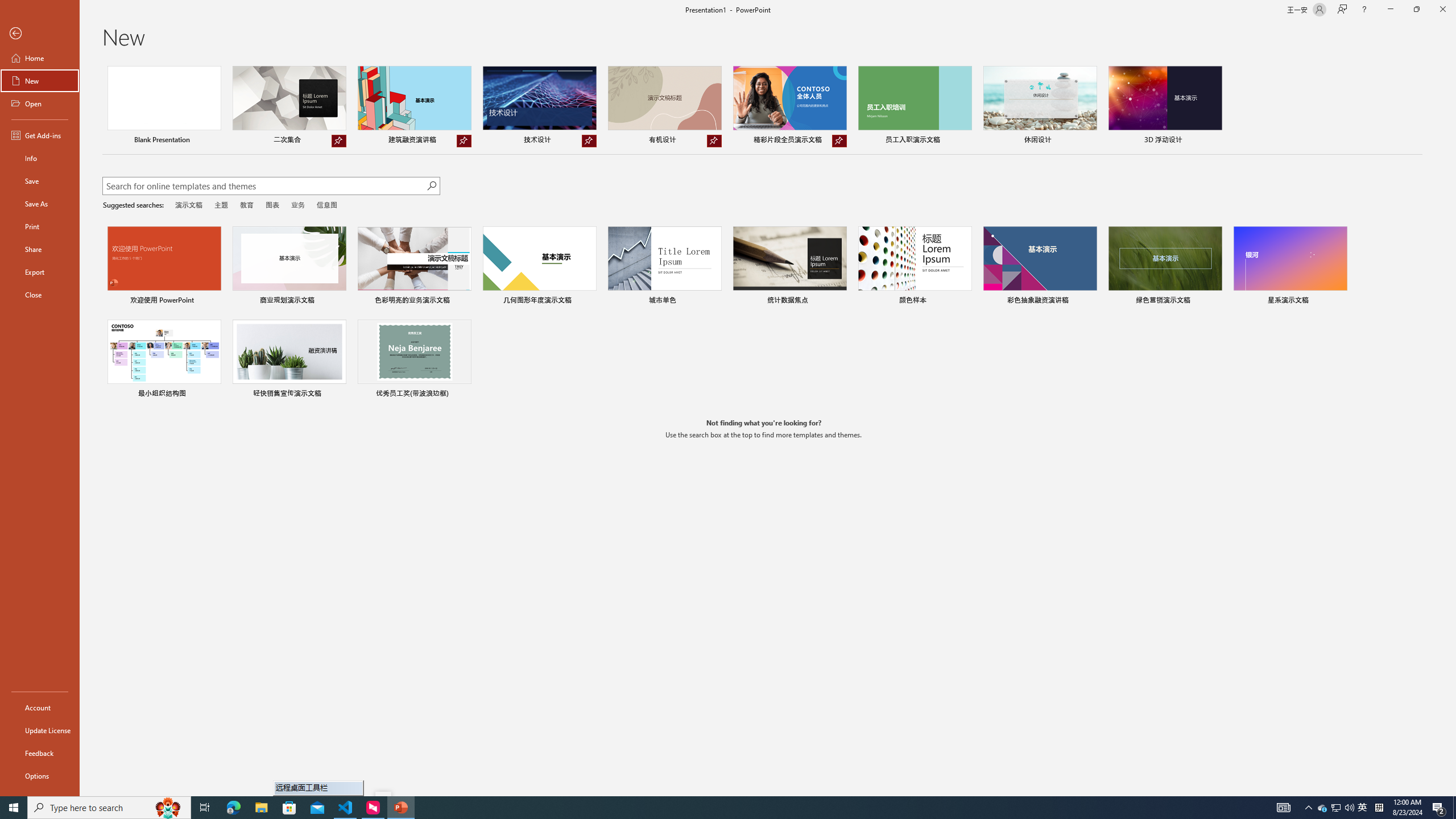 The image size is (1456, 819). Describe the element at coordinates (39, 708) in the screenshot. I see `'Account'` at that location.